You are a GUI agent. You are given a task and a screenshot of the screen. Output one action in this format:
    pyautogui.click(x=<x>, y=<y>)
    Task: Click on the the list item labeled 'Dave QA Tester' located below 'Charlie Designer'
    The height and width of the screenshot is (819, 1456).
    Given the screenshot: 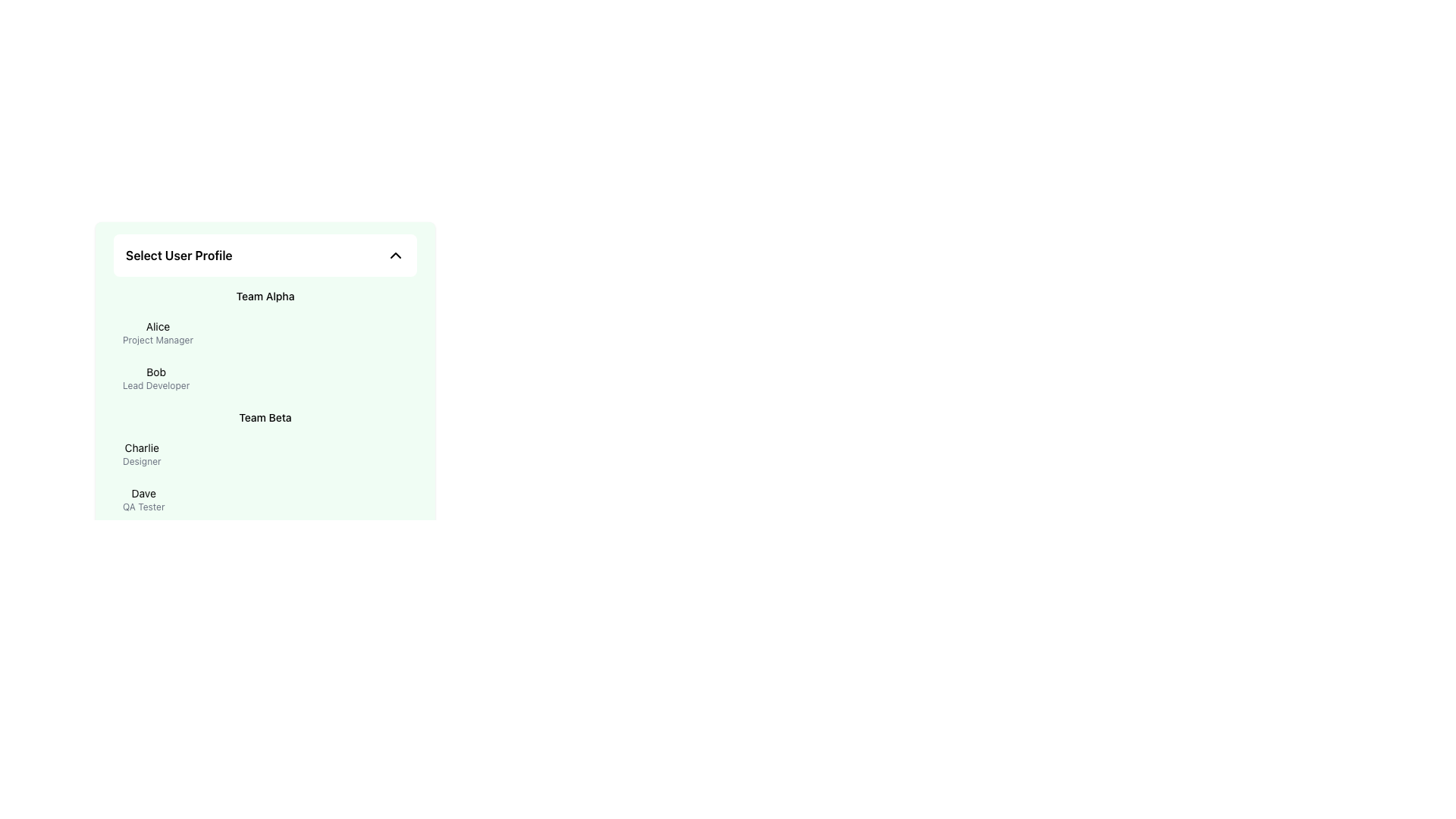 What is the action you would take?
    pyautogui.click(x=265, y=500)
    